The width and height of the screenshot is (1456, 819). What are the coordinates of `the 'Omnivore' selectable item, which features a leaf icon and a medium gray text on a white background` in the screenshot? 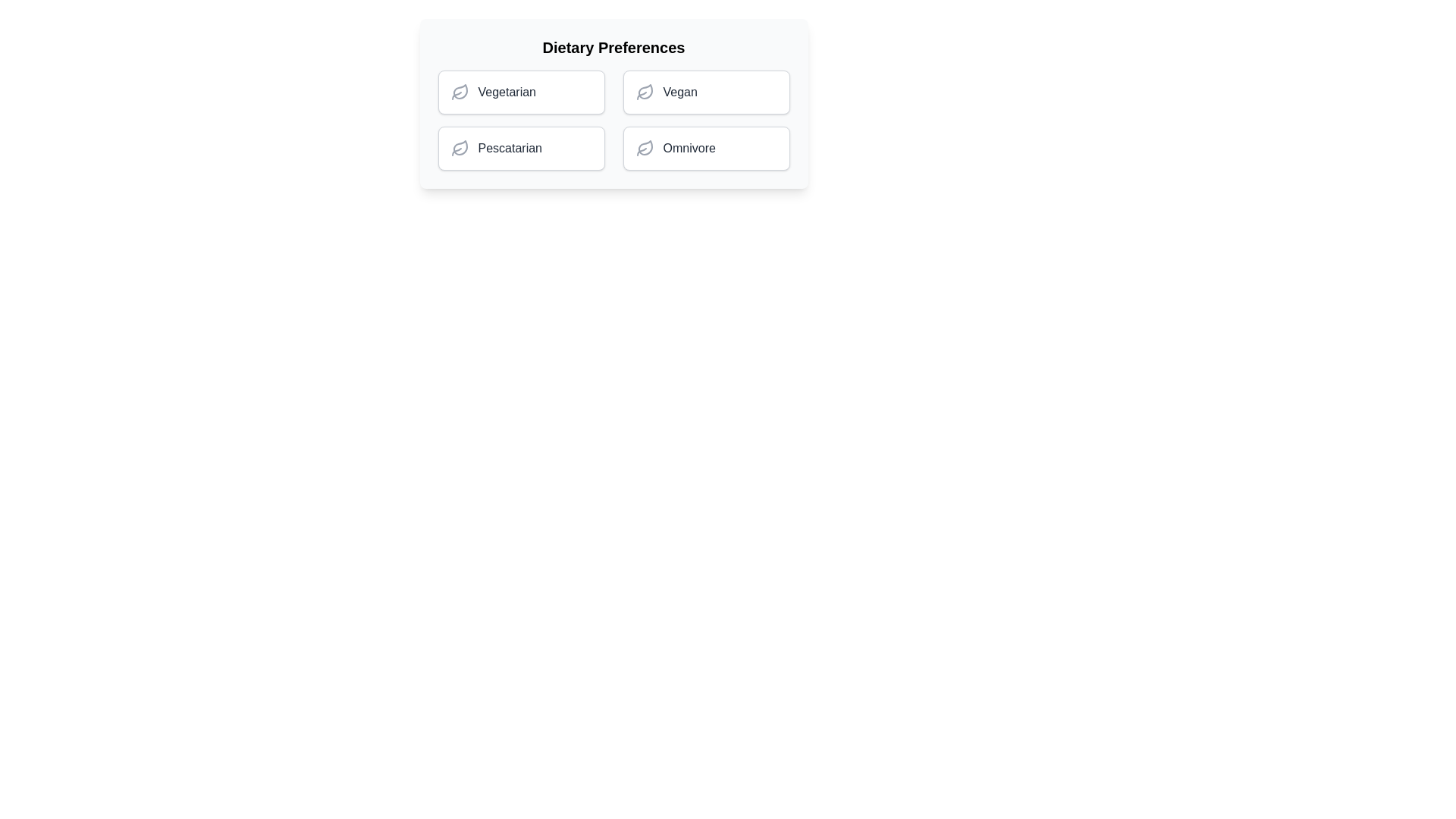 It's located at (705, 149).